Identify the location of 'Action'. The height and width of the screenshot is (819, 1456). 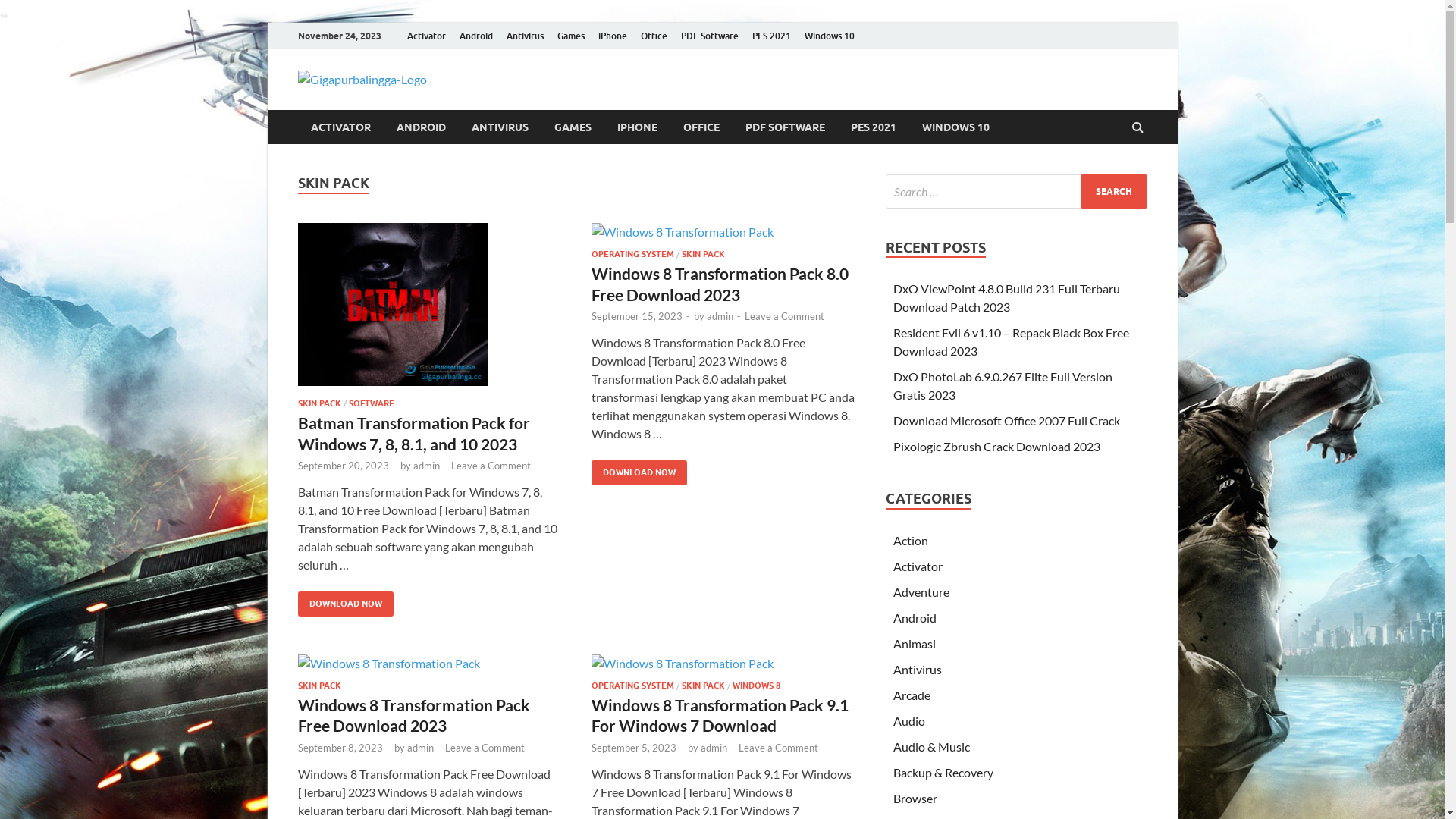
(910, 539).